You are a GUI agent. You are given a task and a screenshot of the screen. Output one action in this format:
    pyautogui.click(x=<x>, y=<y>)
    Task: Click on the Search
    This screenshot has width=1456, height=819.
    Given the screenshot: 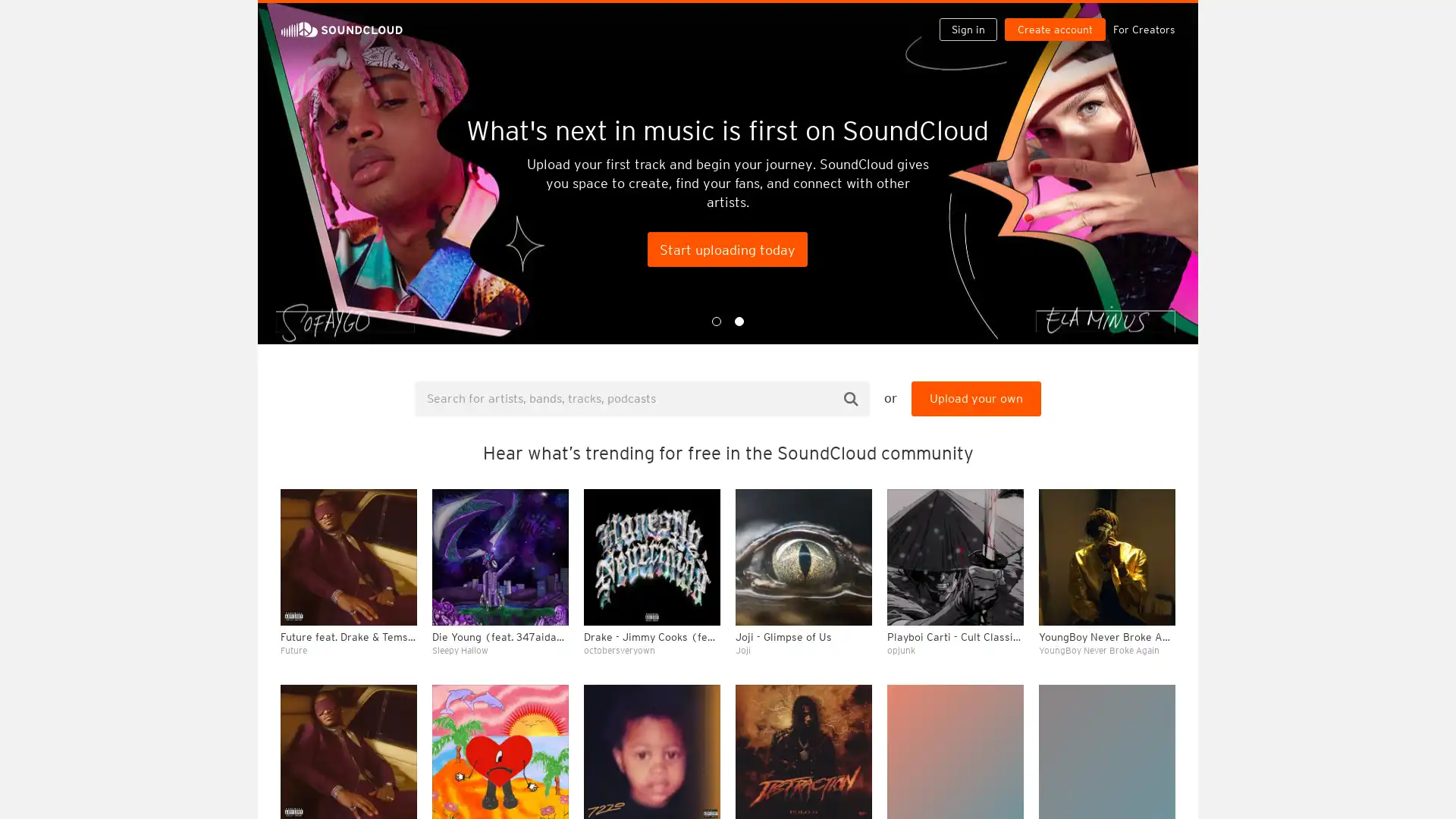 What is the action you would take?
    pyautogui.click(x=919, y=17)
    